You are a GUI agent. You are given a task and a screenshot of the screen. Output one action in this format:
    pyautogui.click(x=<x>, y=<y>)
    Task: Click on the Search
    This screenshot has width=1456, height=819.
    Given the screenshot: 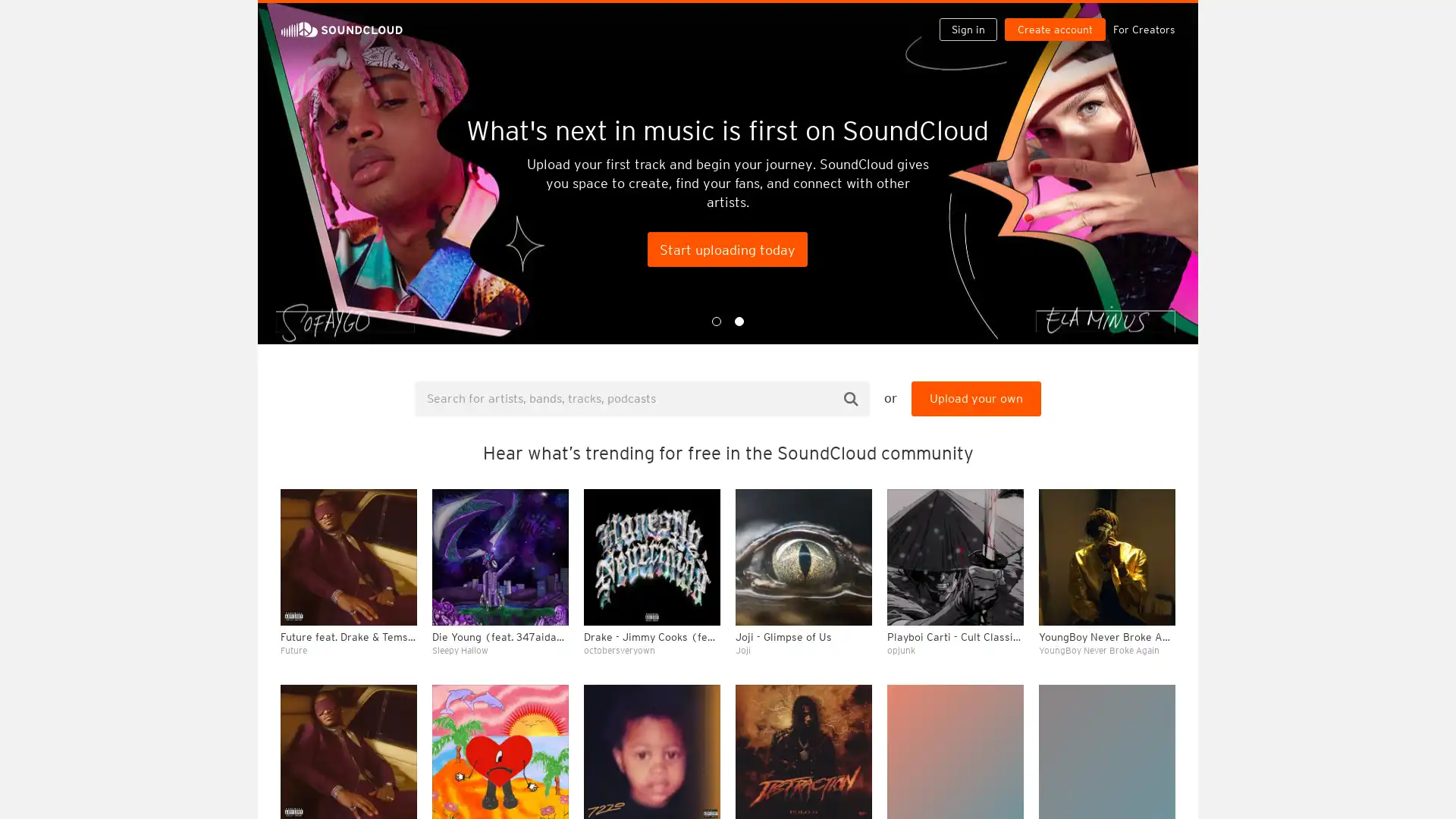 What is the action you would take?
    pyautogui.click(x=919, y=17)
    